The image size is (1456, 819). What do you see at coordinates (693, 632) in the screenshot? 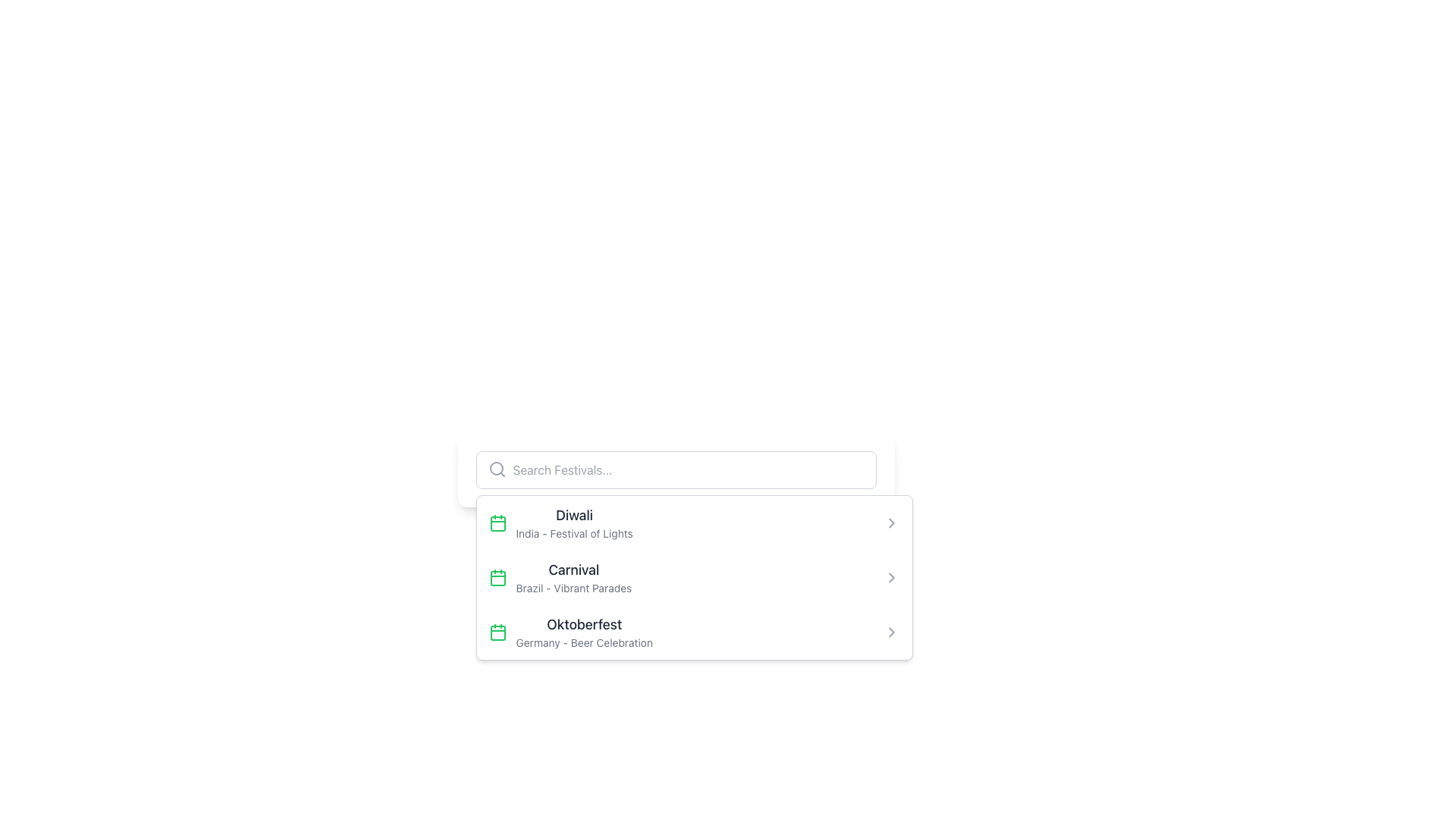
I see `the third item in the dropdown menu representing 'Oktoberfest'` at bounding box center [693, 632].